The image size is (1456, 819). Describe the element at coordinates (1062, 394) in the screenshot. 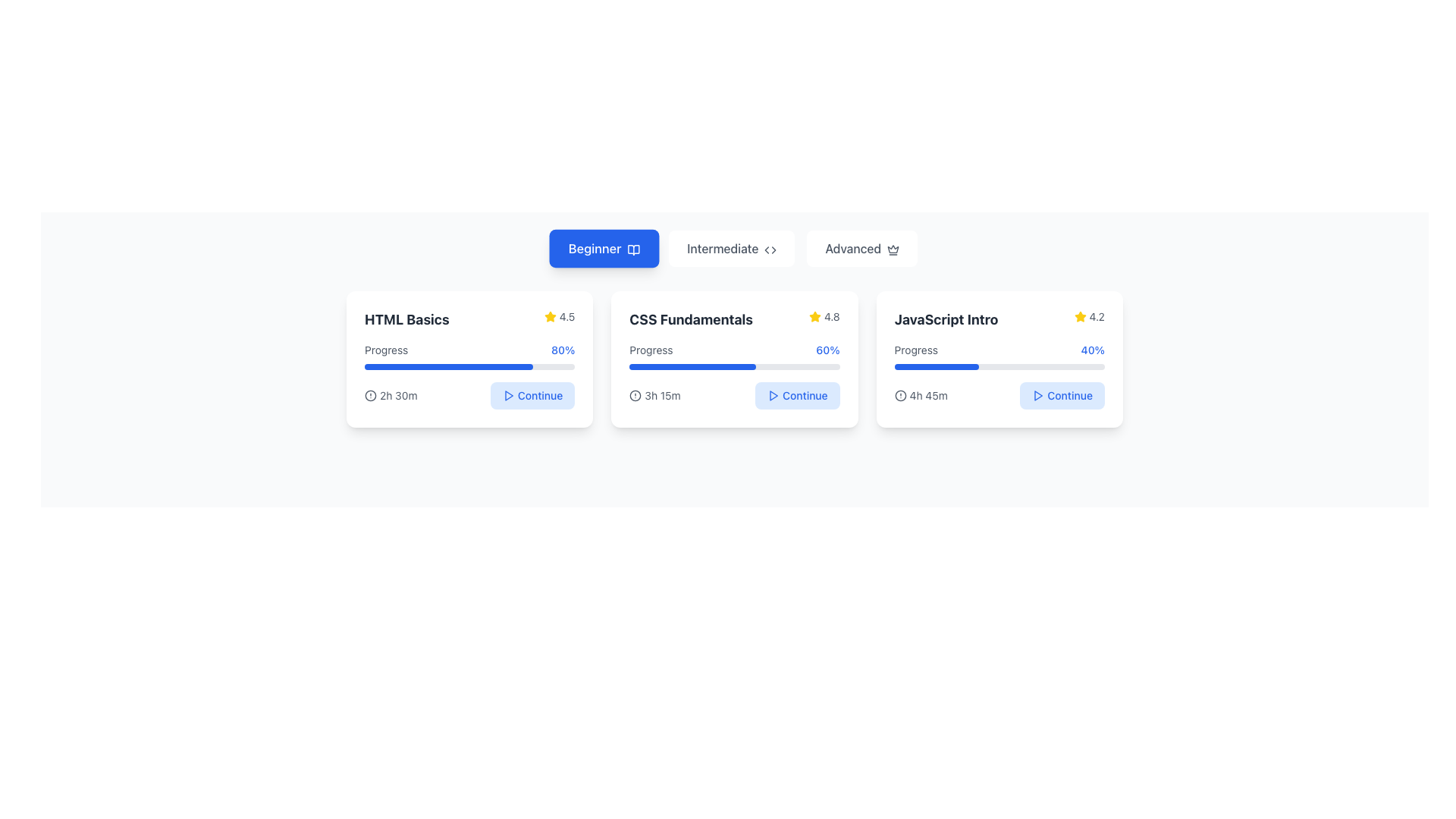

I see `the 'Continue' button with a light blue background and blue text, featuring a play icon, located at the bottom-right of the 'JavaScript Intro' course card to trigger visual effects` at that location.